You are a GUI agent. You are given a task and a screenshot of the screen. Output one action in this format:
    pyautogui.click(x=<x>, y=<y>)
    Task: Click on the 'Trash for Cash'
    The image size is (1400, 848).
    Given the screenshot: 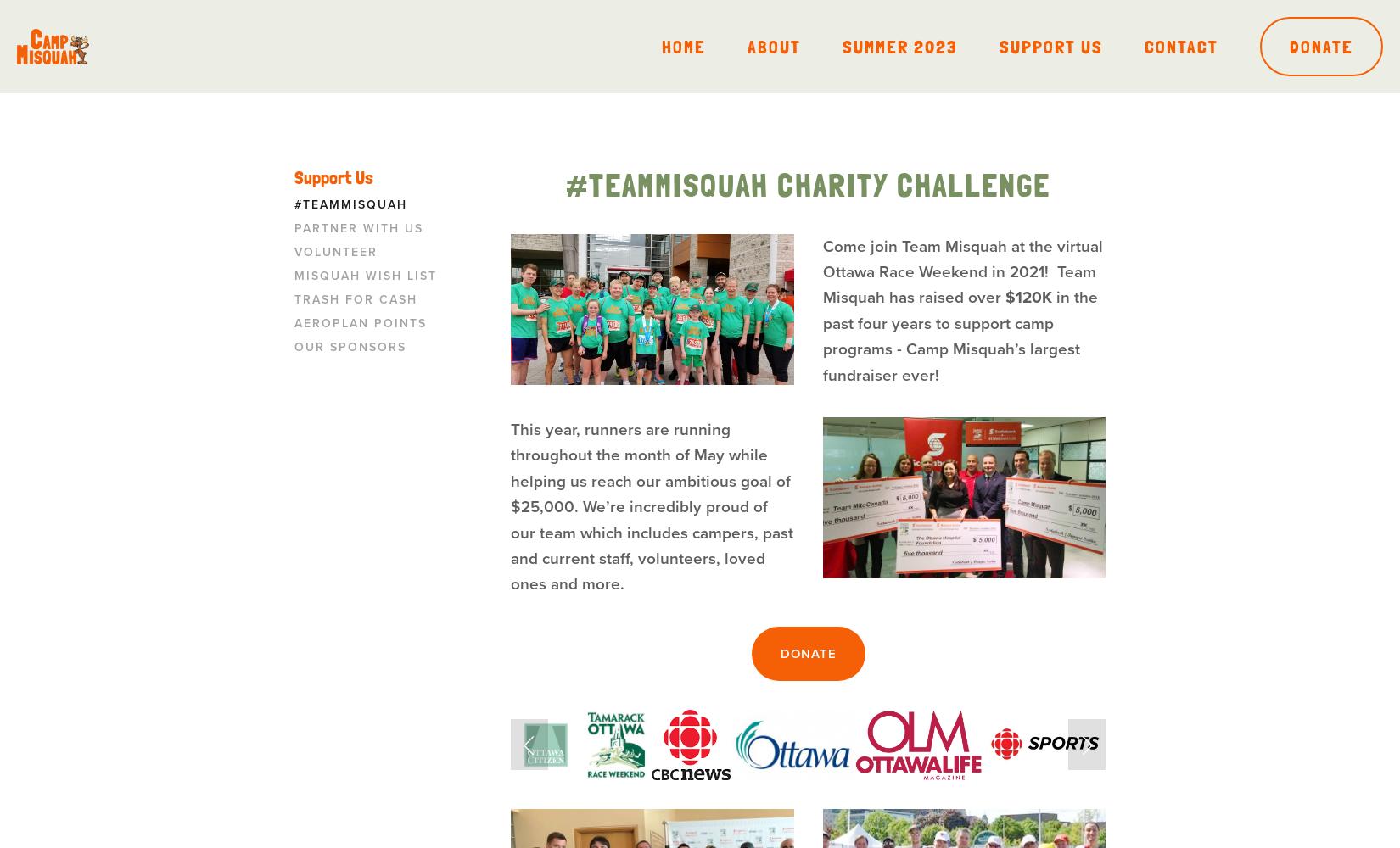 What is the action you would take?
    pyautogui.click(x=355, y=298)
    